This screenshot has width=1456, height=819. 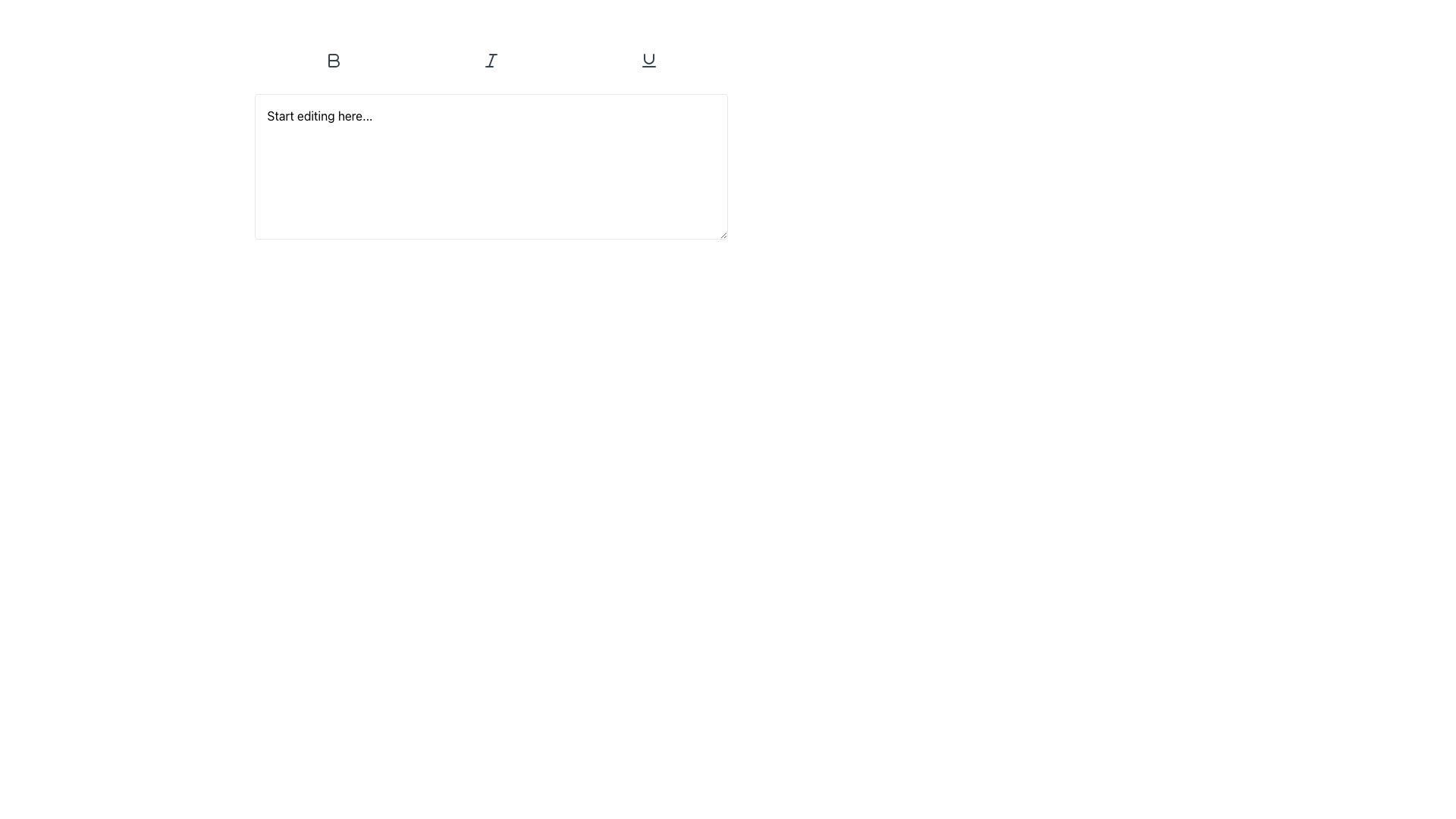 What do you see at coordinates (332, 60) in the screenshot?
I see `the circular button with a bold 'B' icon in its center, located at the top left of the text editing section, to bring up context-specific options` at bounding box center [332, 60].